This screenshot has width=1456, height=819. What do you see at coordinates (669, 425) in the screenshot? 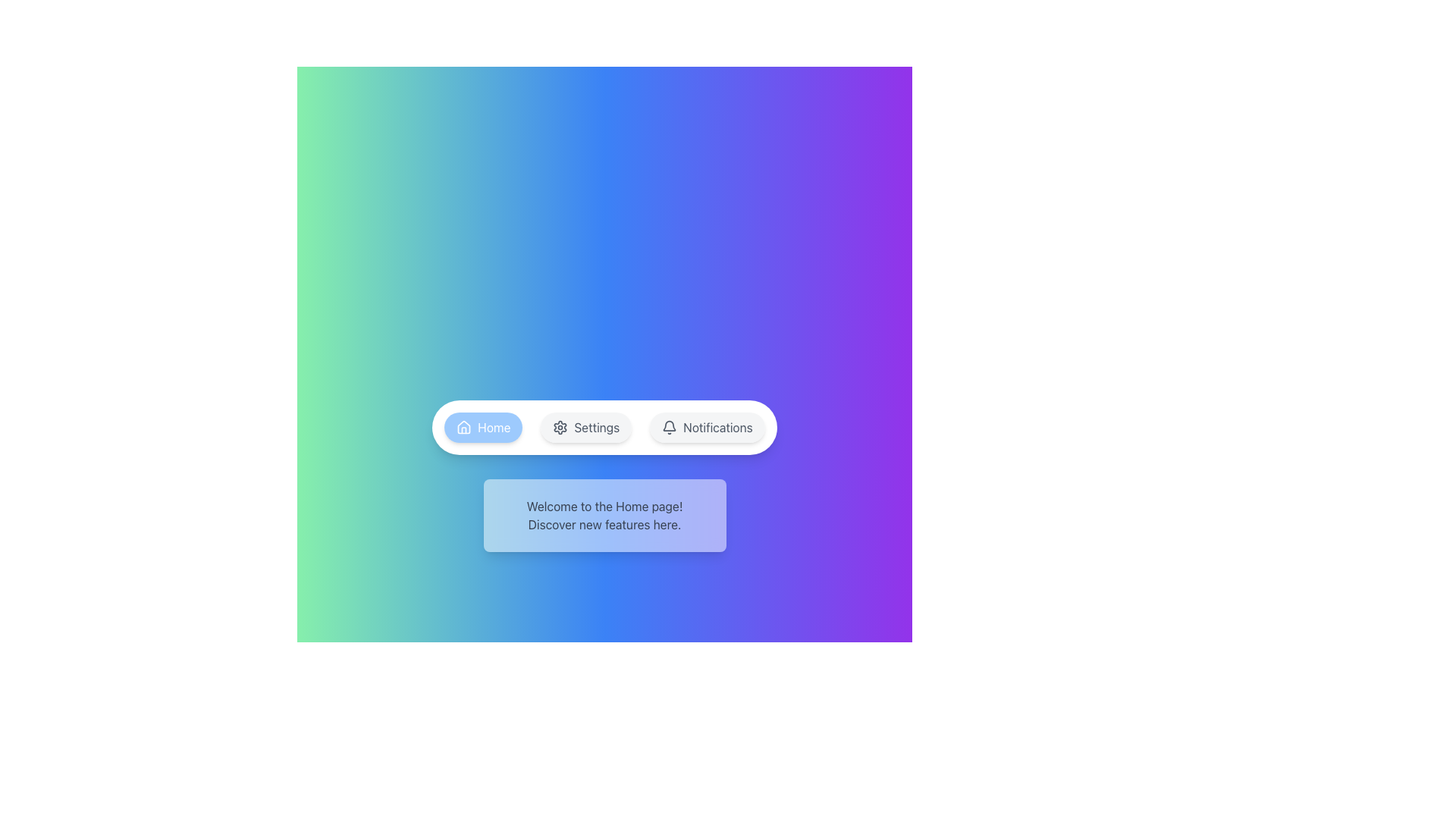
I see `the body of the bell icon in the Notifications button, which is the third icon from the left in the horizontal menu bar` at bounding box center [669, 425].